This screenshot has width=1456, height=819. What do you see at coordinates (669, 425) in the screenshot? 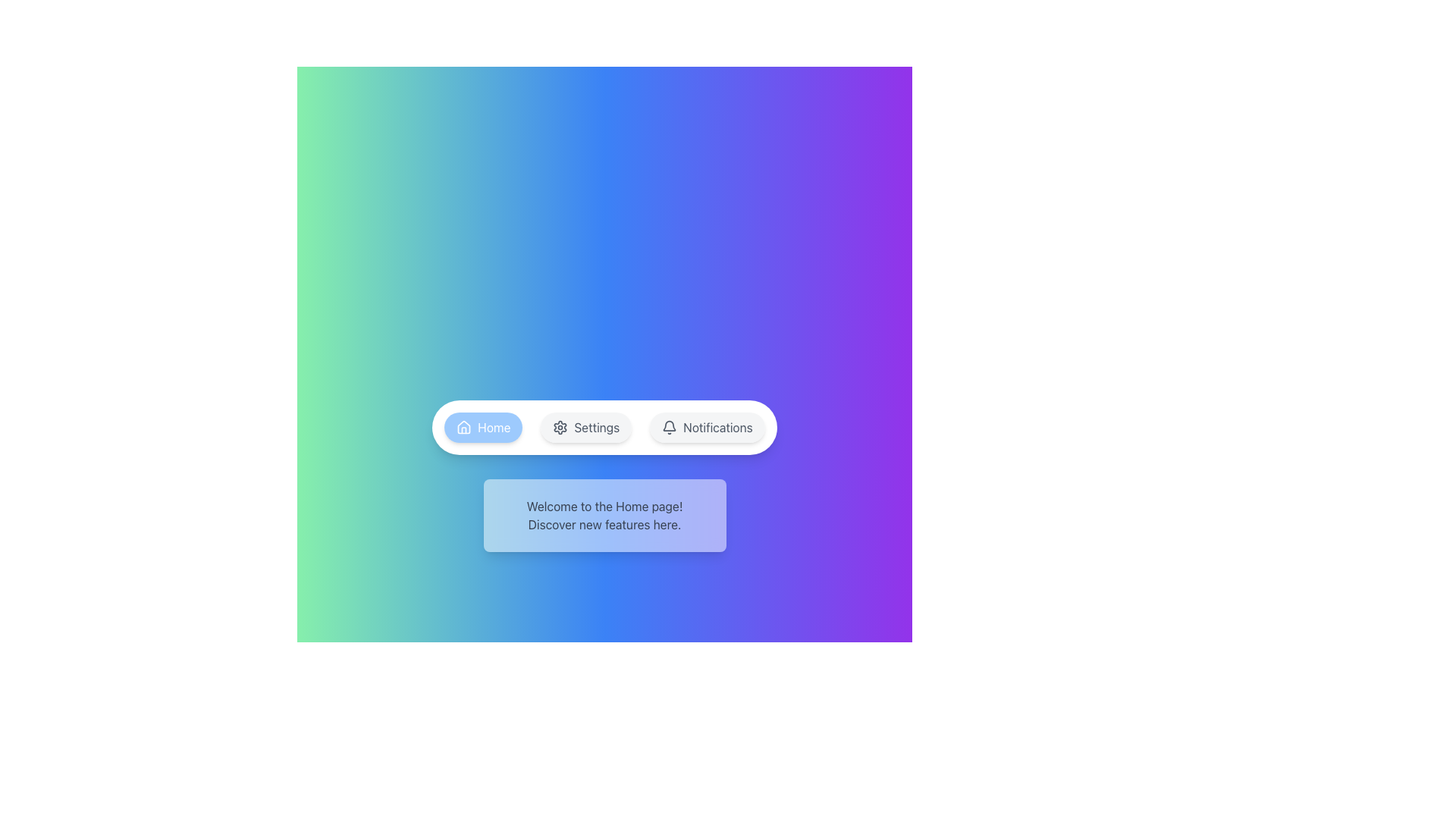
I see `the body of the bell icon in the Notifications button, which is the third icon from the left in the horizontal menu bar` at bounding box center [669, 425].